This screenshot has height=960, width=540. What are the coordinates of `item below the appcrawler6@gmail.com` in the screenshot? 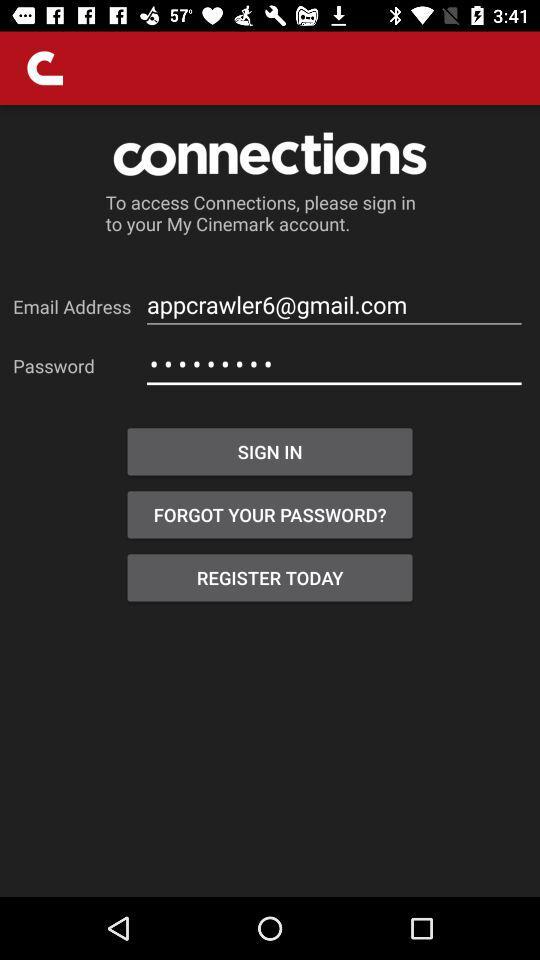 It's located at (334, 363).